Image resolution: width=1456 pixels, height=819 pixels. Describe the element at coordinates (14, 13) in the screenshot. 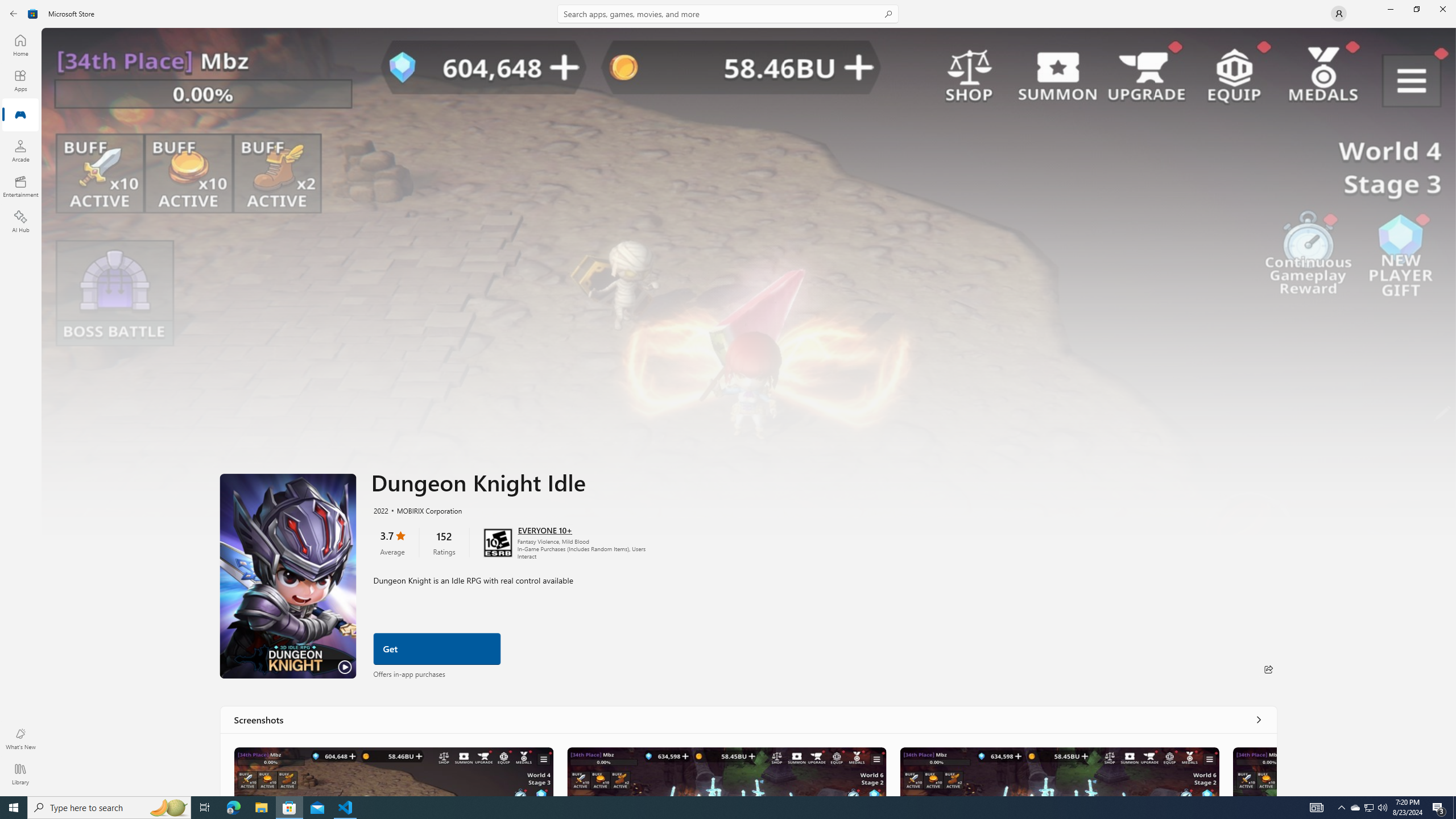

I see `'Back'` at that location.